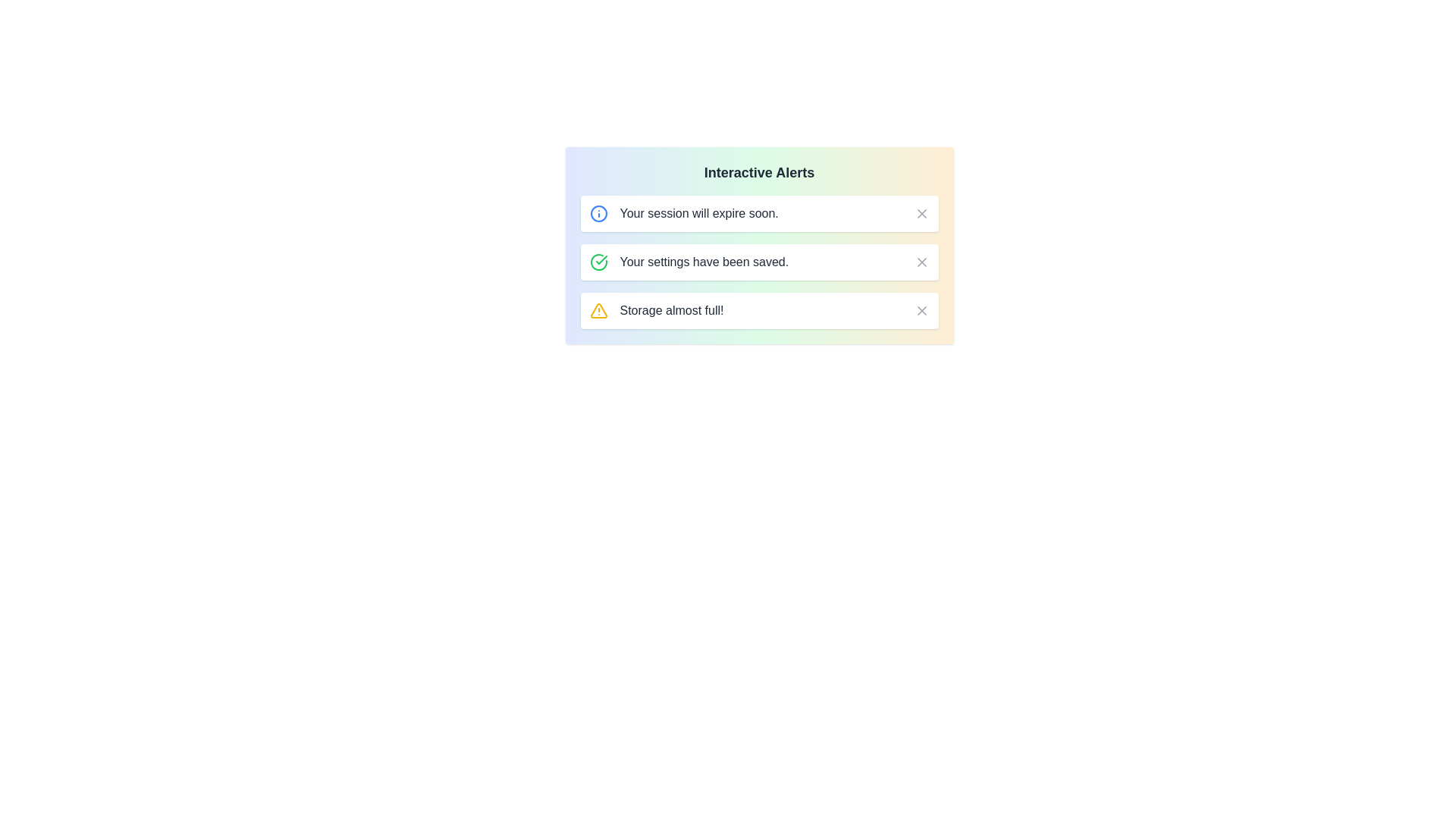 The height and width of the screenshot is (819, 1456). What do you see at coordinates (698, 213) in the screenshot?
I see `the static text label that provides a warning message about impending session expiration, located between a blue information icon and a gray close button` at bounding box center [698, 213].